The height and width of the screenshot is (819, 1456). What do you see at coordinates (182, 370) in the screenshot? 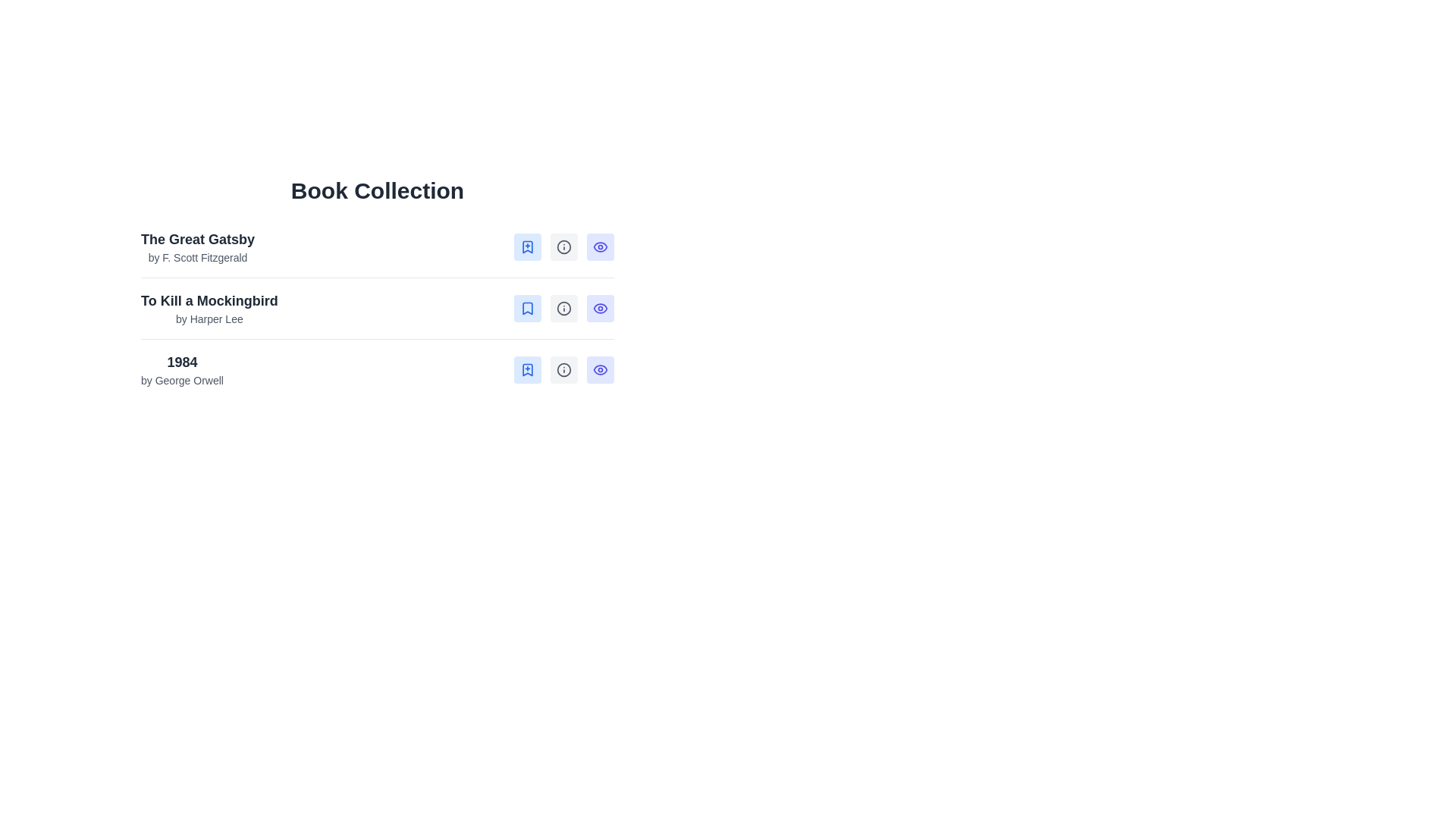
I see `the text label displaying '1984' by George Orwell, which is the third entry in a list of books` at bounding box center [182, 370].